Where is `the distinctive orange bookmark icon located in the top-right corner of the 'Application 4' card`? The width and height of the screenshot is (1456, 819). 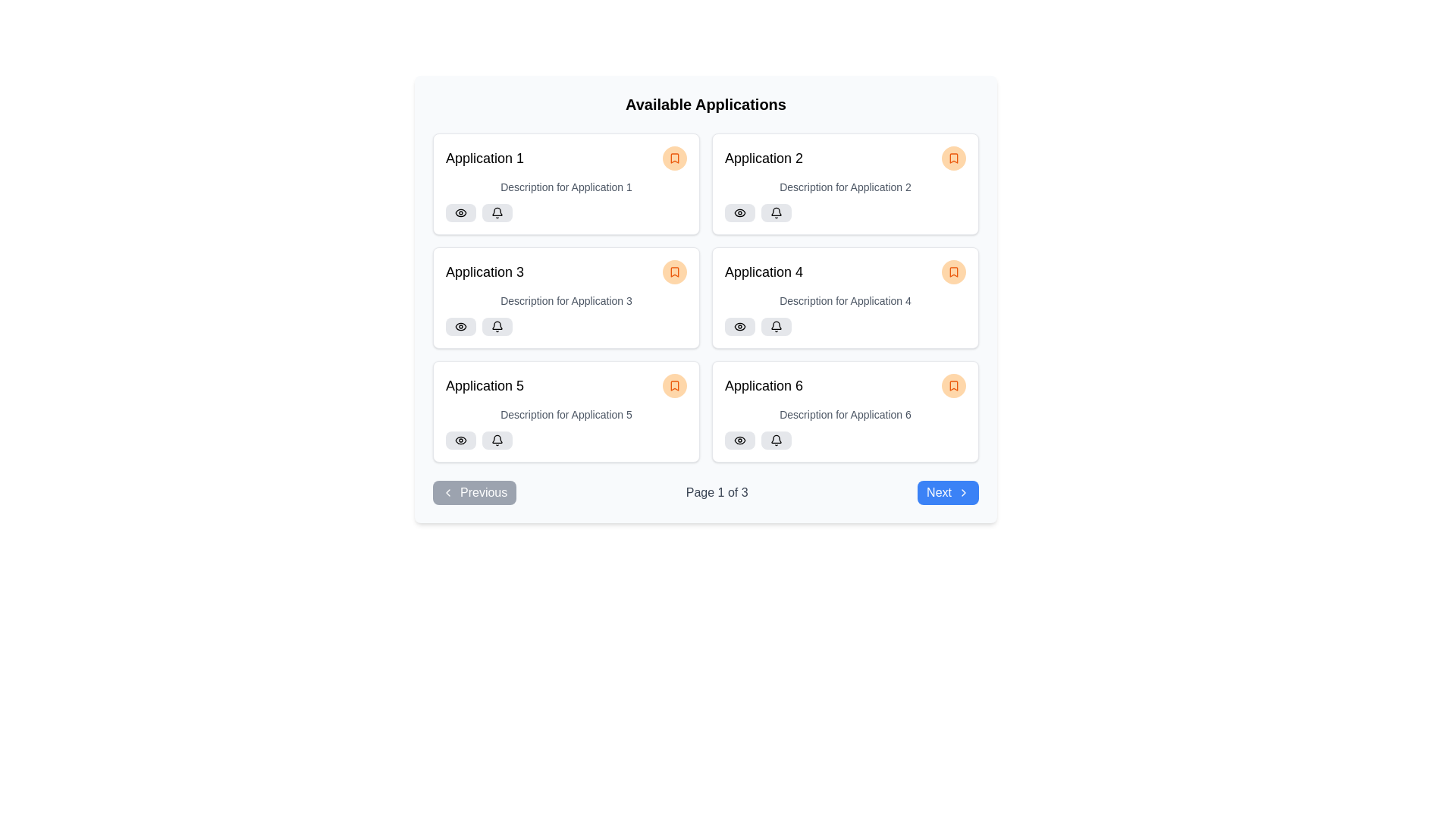 the distinctive orange bookmark icon located in the top-right corner of the 'Application 4' card is located at coordinates (952, 271).